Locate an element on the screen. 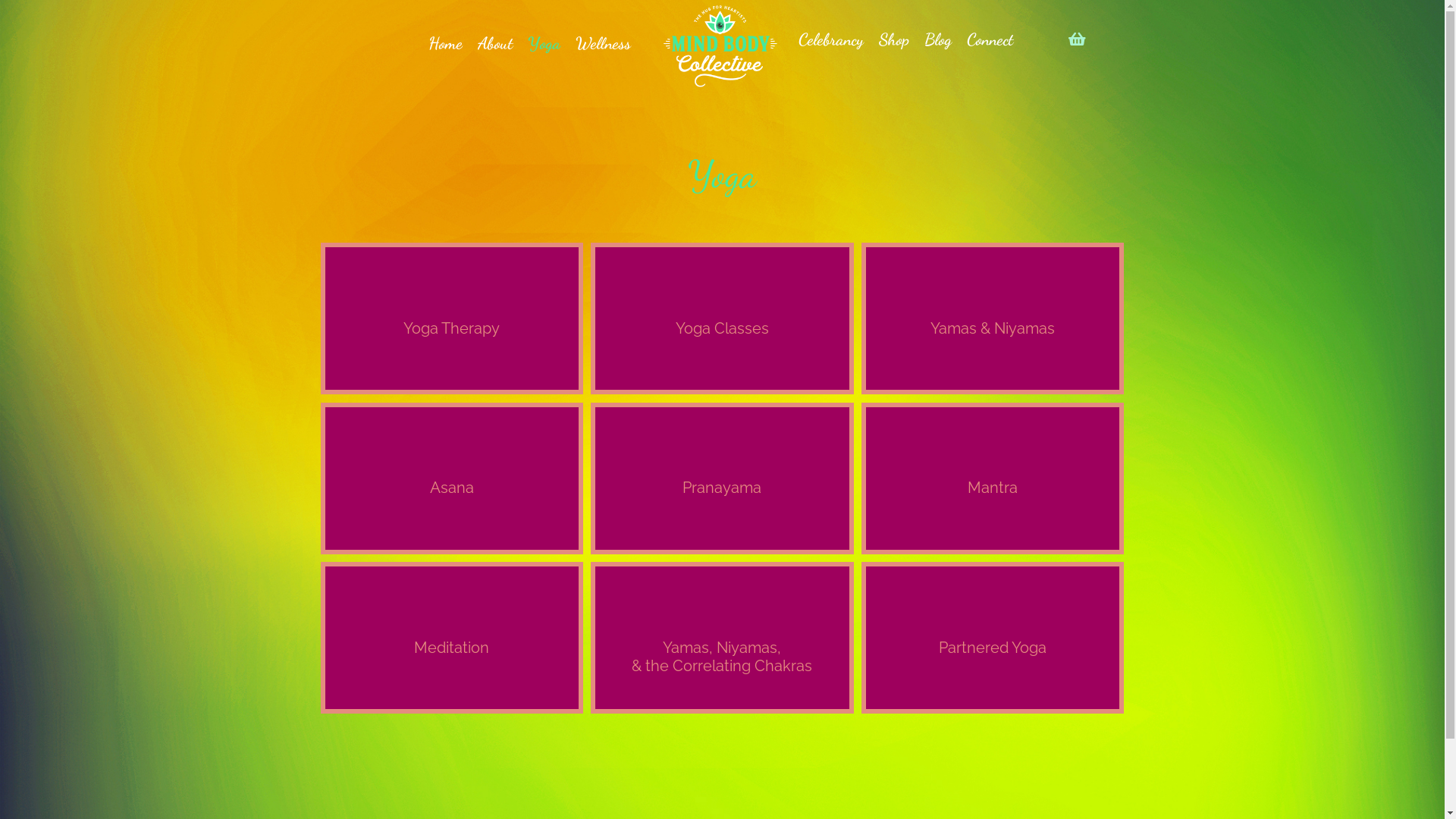  'Shop' is located at coordinates (894, 39).